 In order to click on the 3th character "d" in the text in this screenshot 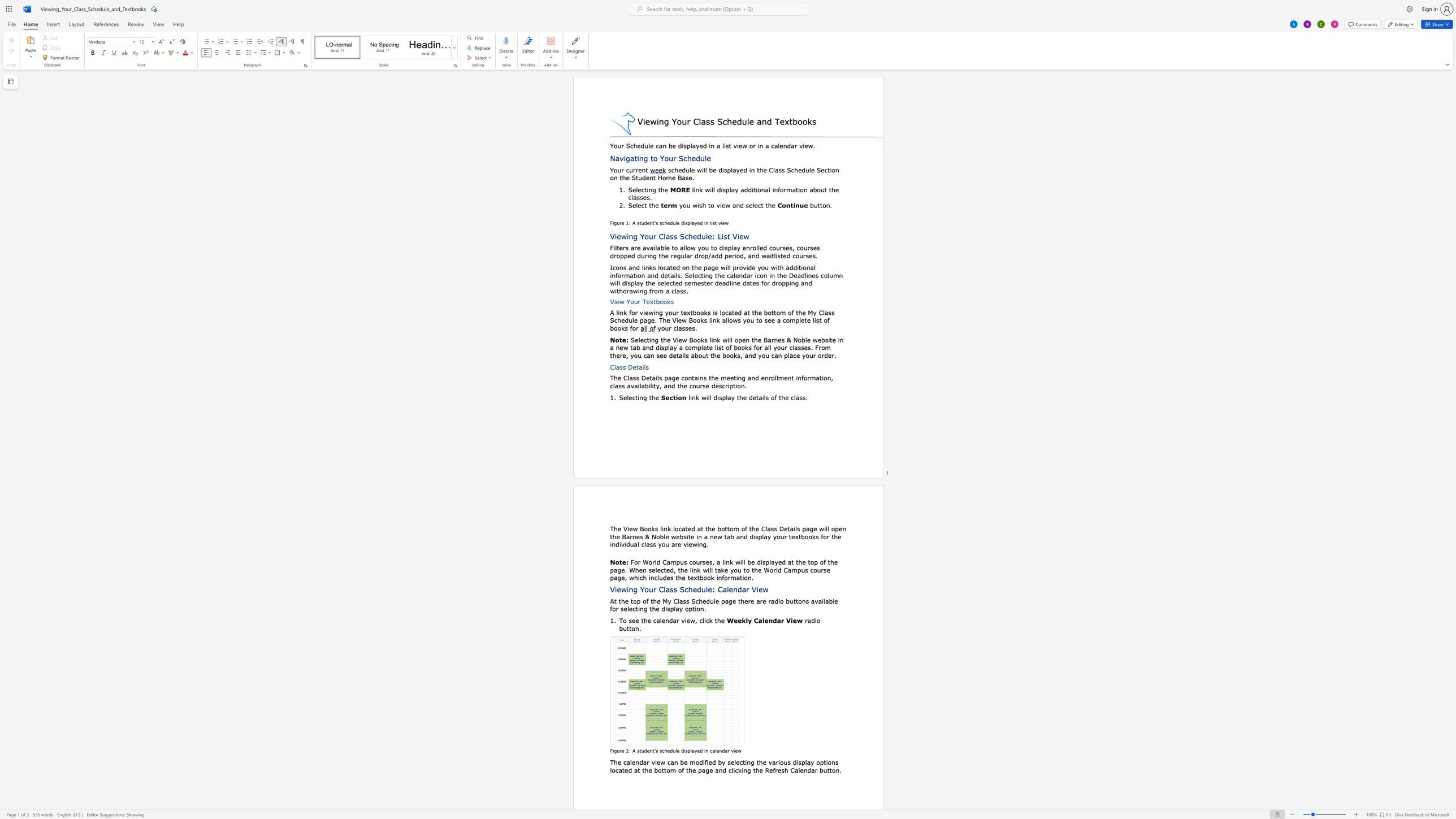, I will do `click(745, 170)`.